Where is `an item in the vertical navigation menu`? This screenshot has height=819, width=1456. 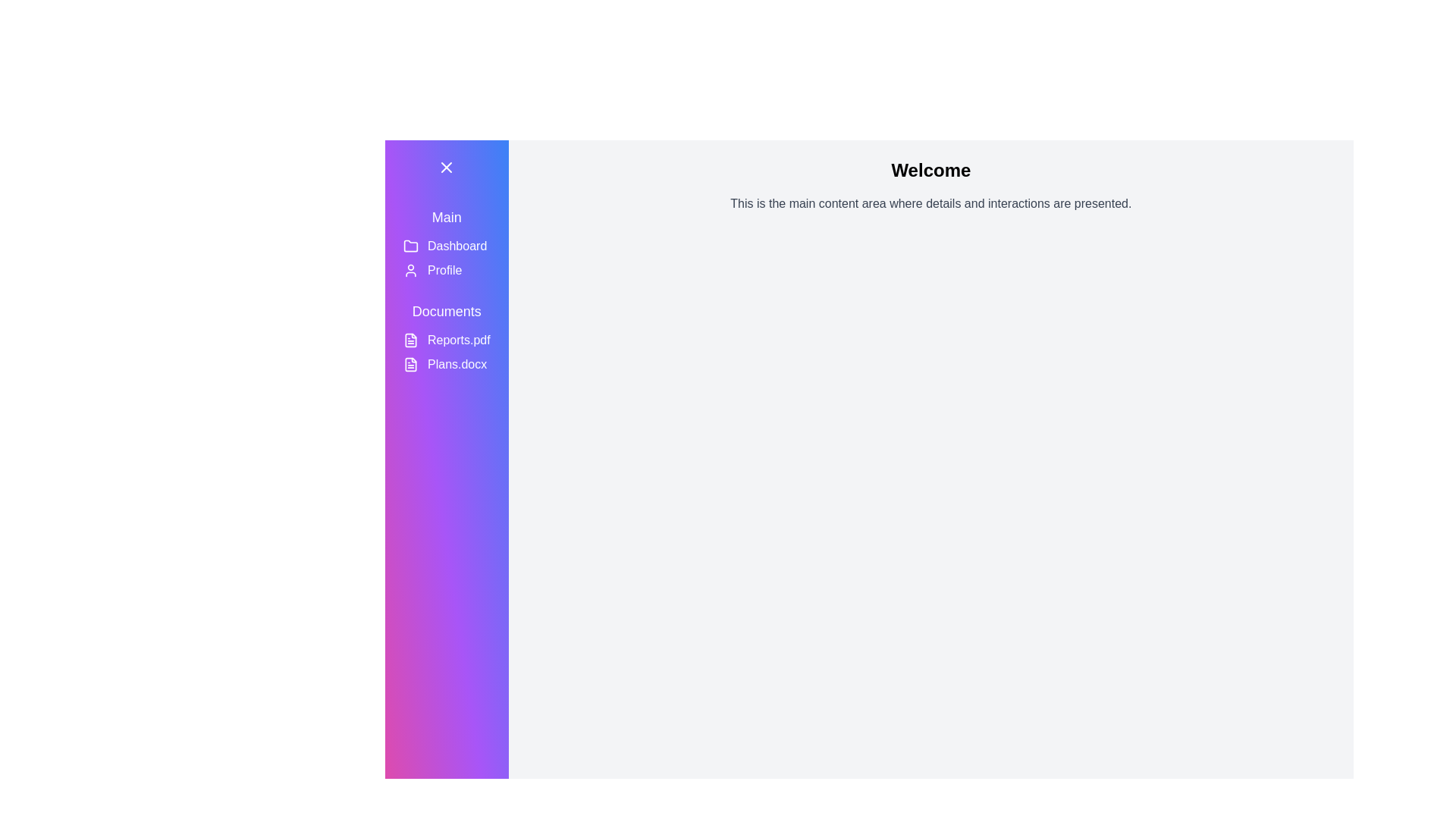 an item in the vertical navigation menu is located at coordinates (446, 292).